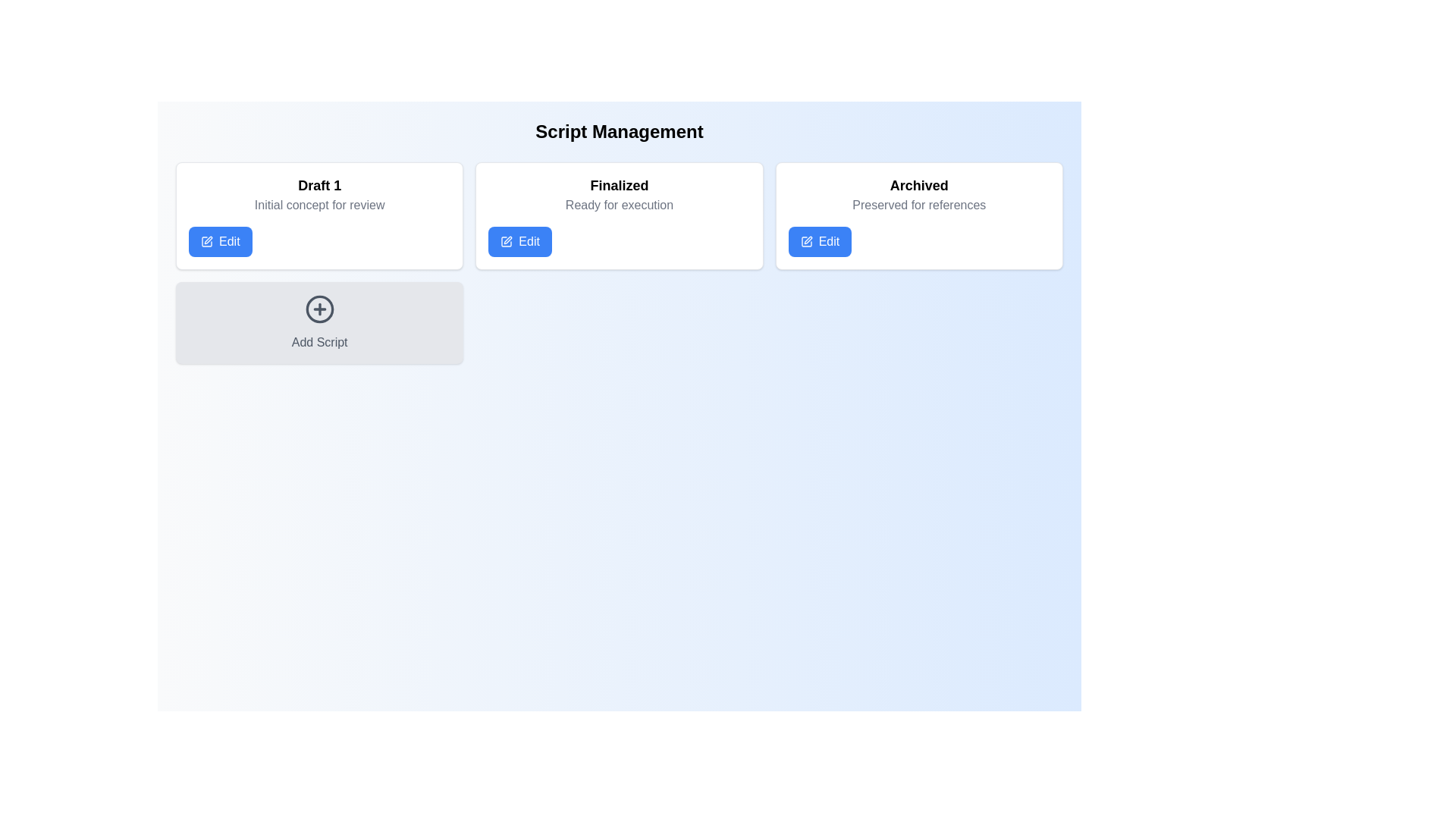 The image size is (1456, 819). What do you see at coordinates (805, 241) in the screenshot?
I see `the Icon Button within the blue 'Edit' button in the third section under the 'Archived' heading to initiate the edit action` at bounding box center [805, 241].